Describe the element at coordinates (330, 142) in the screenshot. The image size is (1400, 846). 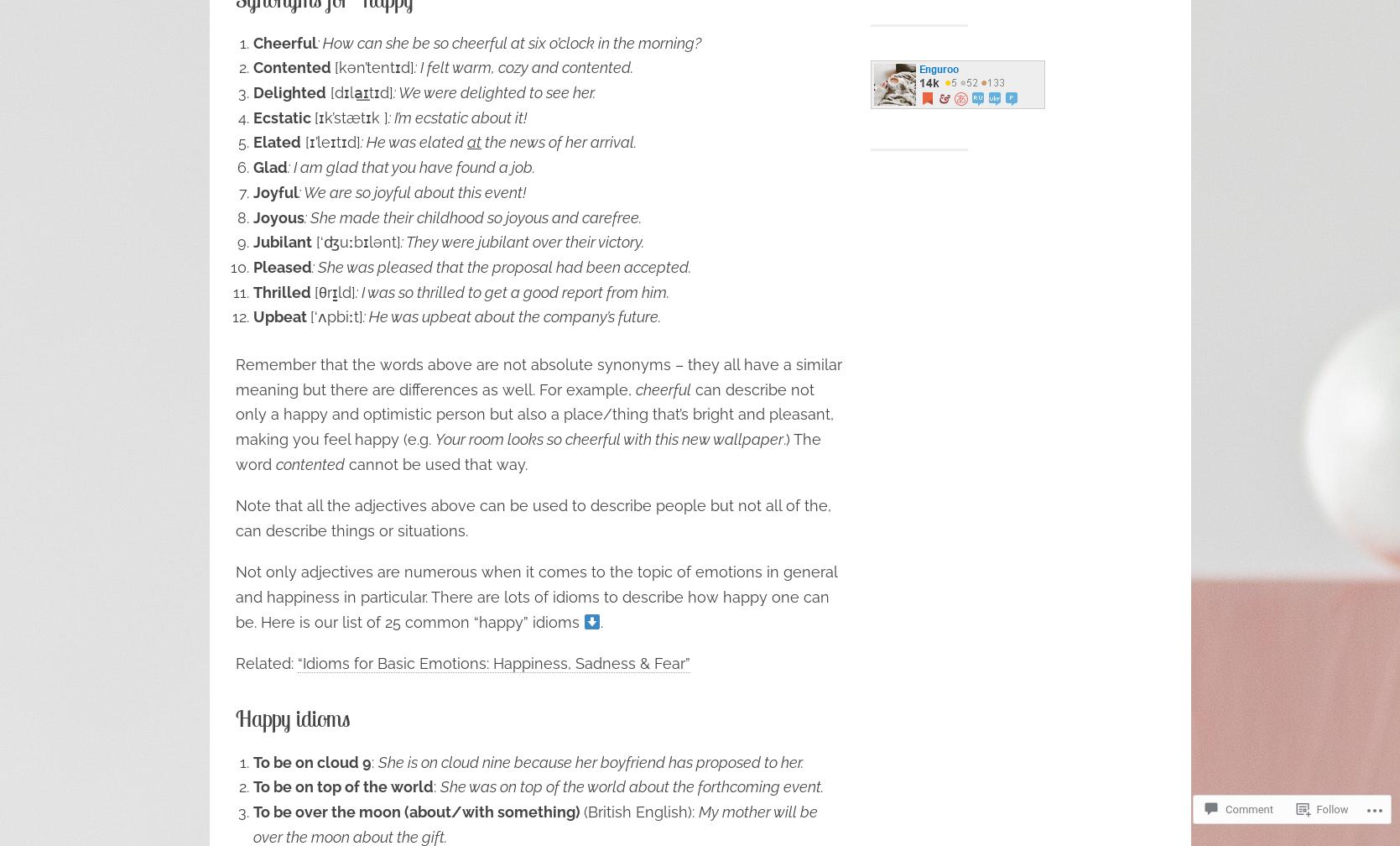
I see `'[ɪ’leɪtɪd]'` at that location.